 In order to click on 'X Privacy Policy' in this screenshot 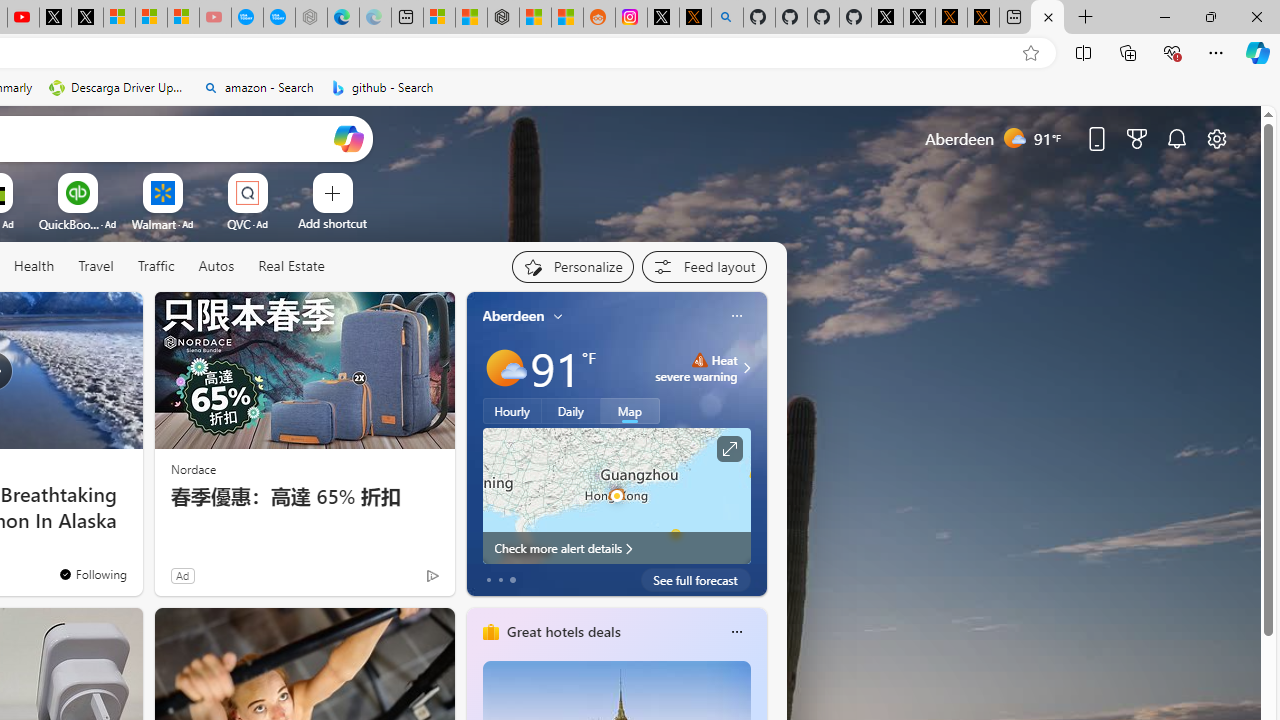, I will do `click(983, 17)`.